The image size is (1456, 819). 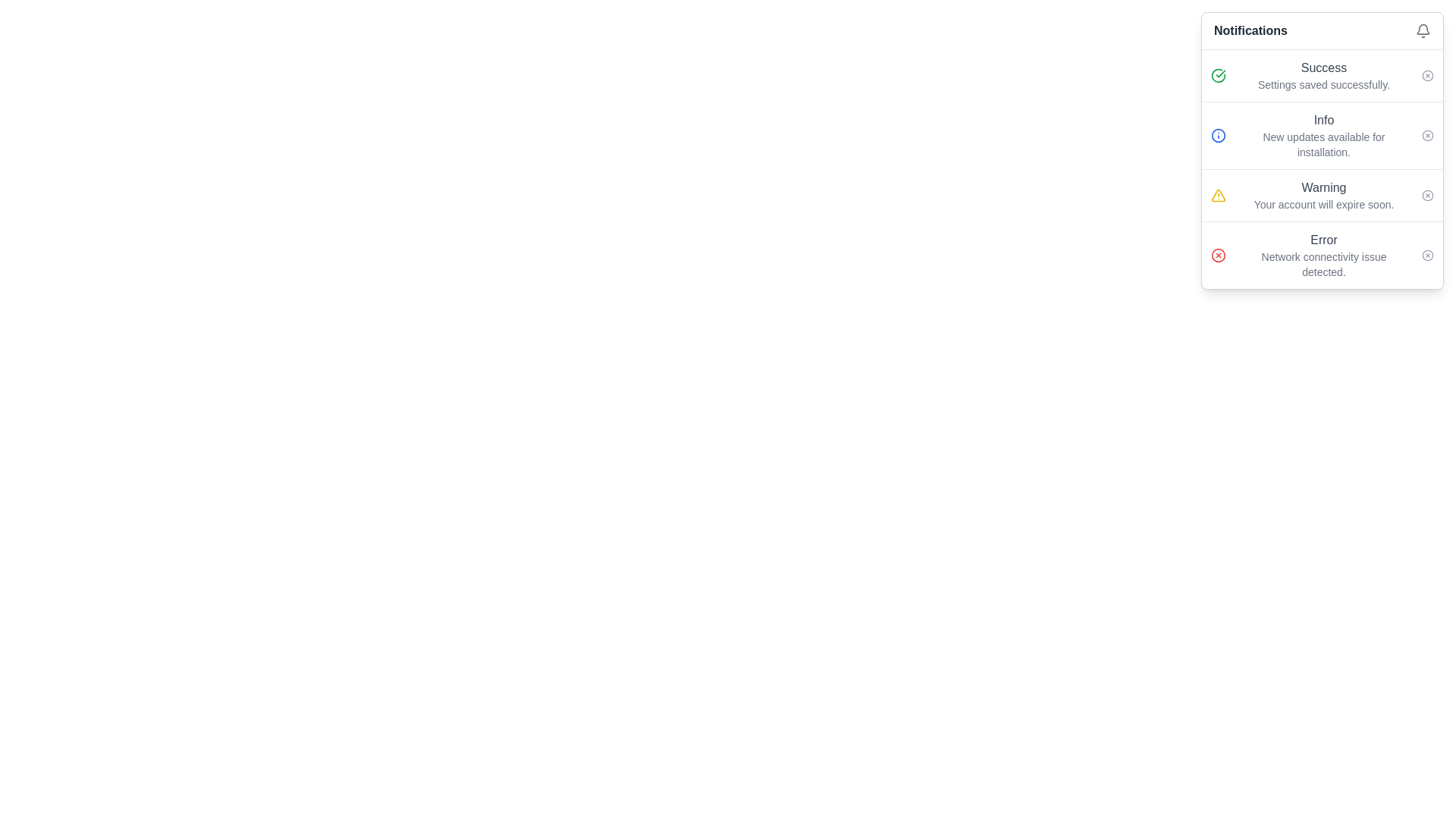 What do you see at coordinates (1321, 254) in the screenshot?
I see `the Notification item titled 'Error' which indicates a 'Network connectivity issue detected.'` at bounding box center [1321, 254].